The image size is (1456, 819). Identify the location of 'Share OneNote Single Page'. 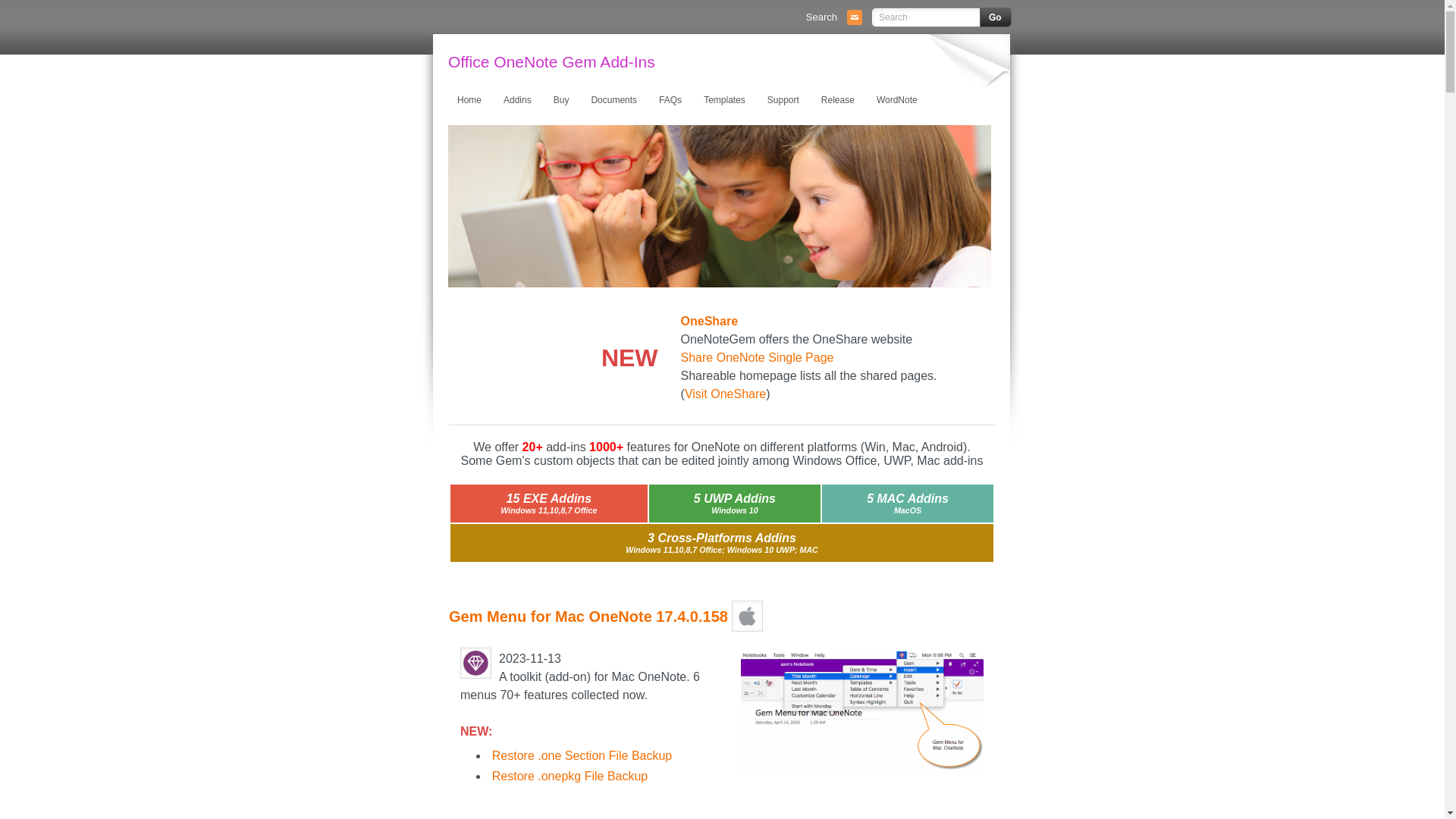
(757, 357).